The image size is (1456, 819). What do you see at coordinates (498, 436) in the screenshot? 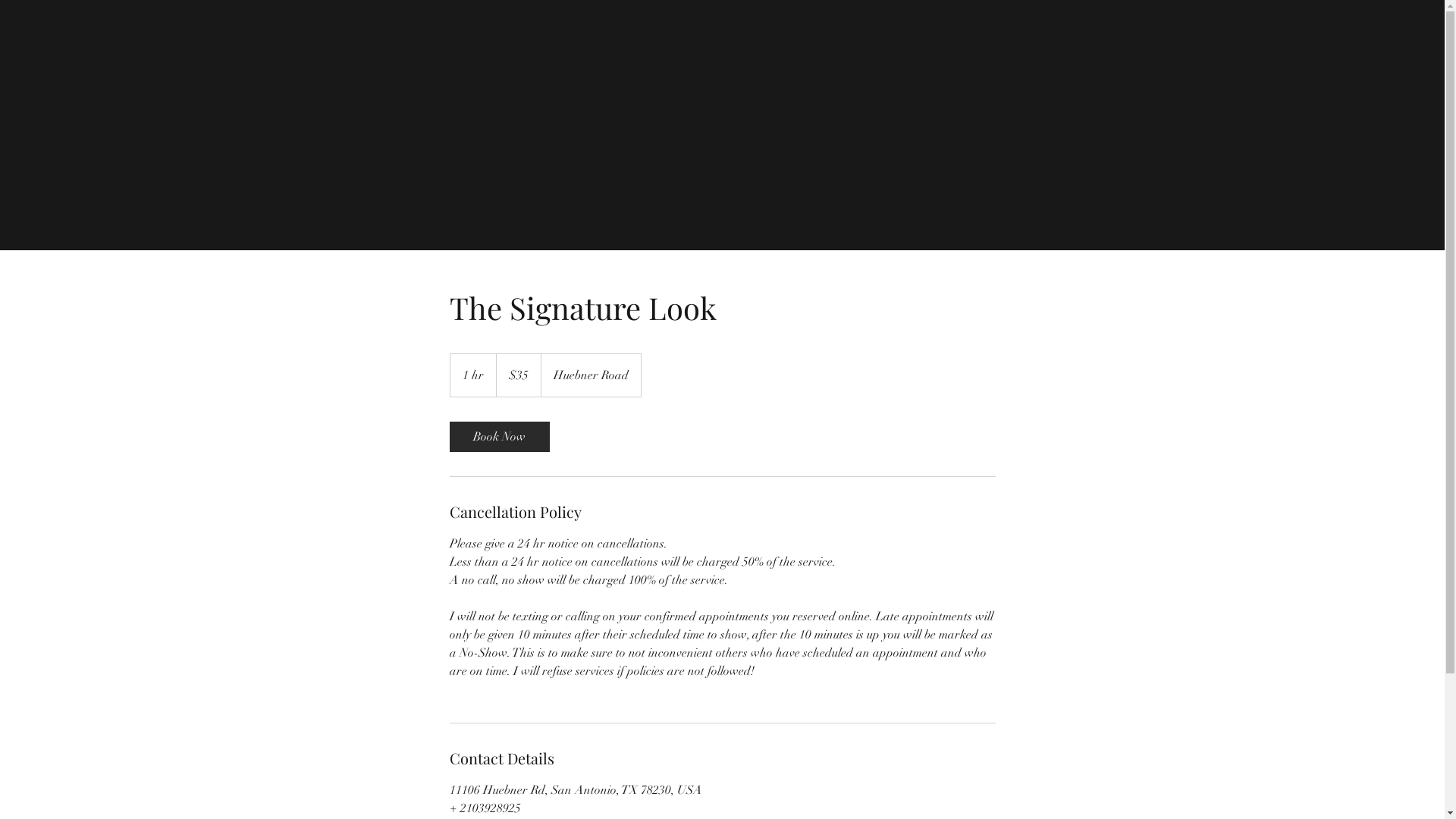
I see `'Book Now'` at bounding box center [498, 436].